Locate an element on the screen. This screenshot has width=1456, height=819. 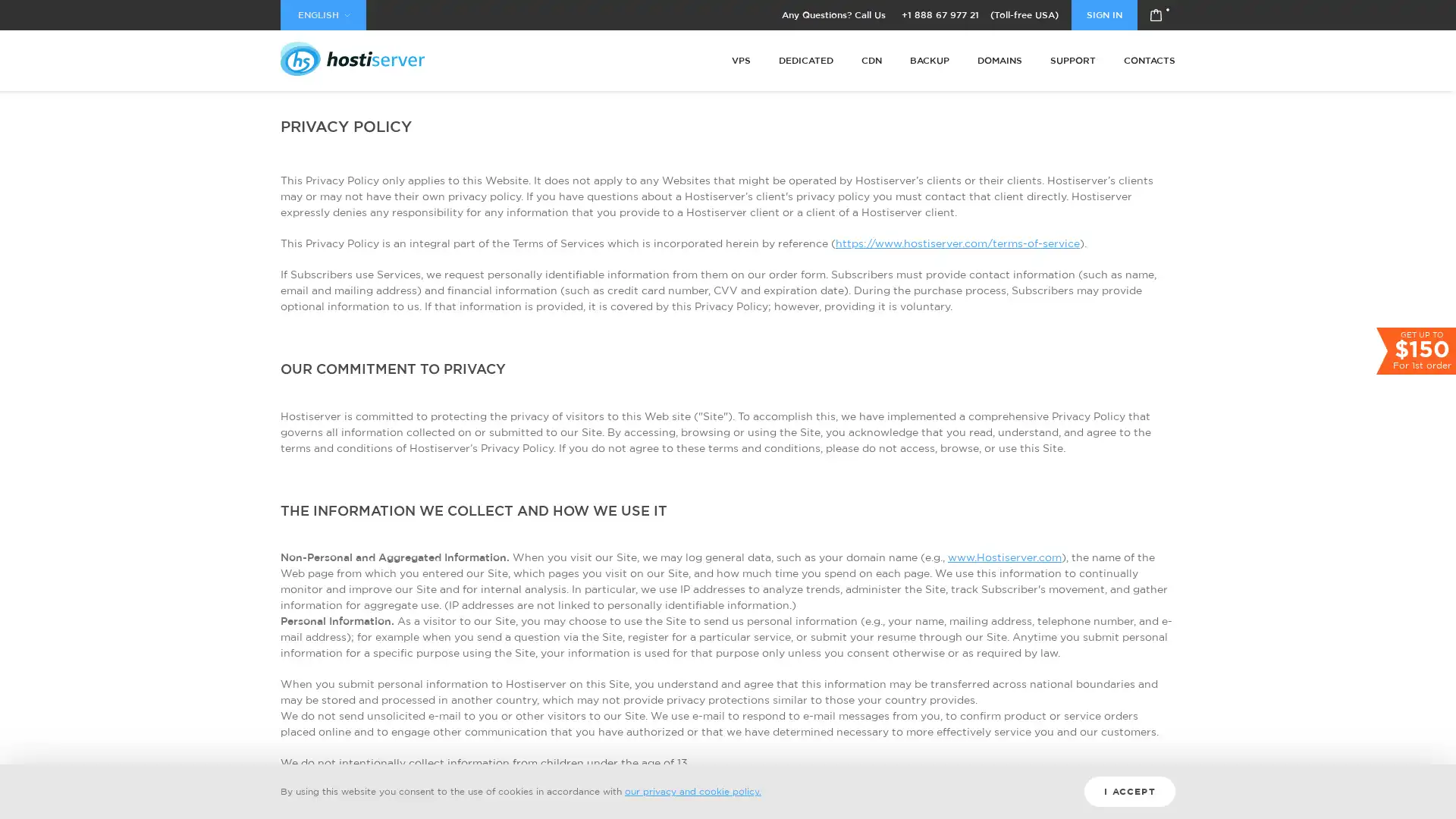
I ACCEPT is located at coordinates (1129, 791).